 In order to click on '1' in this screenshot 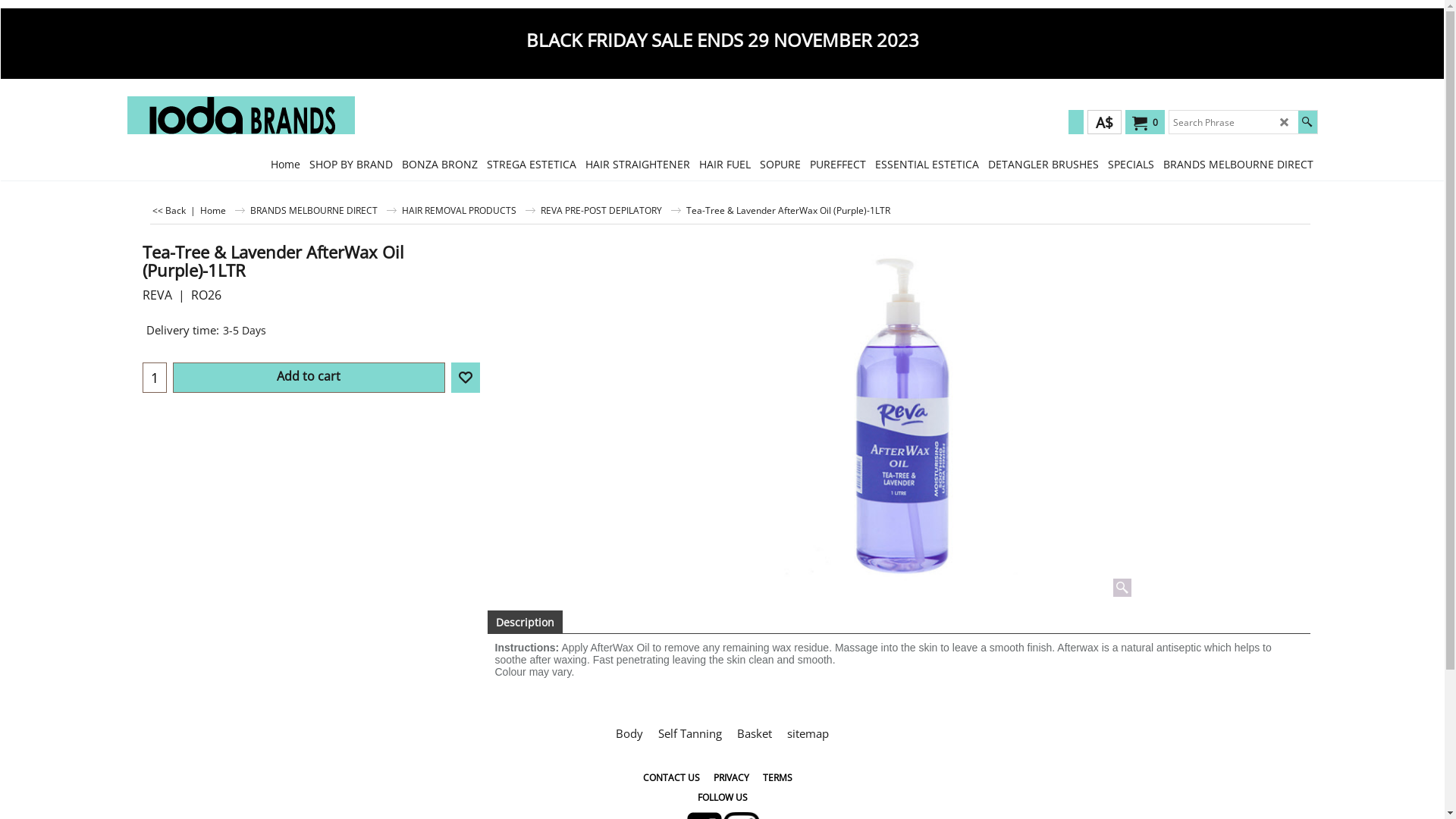, I will do `click(142, 376)`.